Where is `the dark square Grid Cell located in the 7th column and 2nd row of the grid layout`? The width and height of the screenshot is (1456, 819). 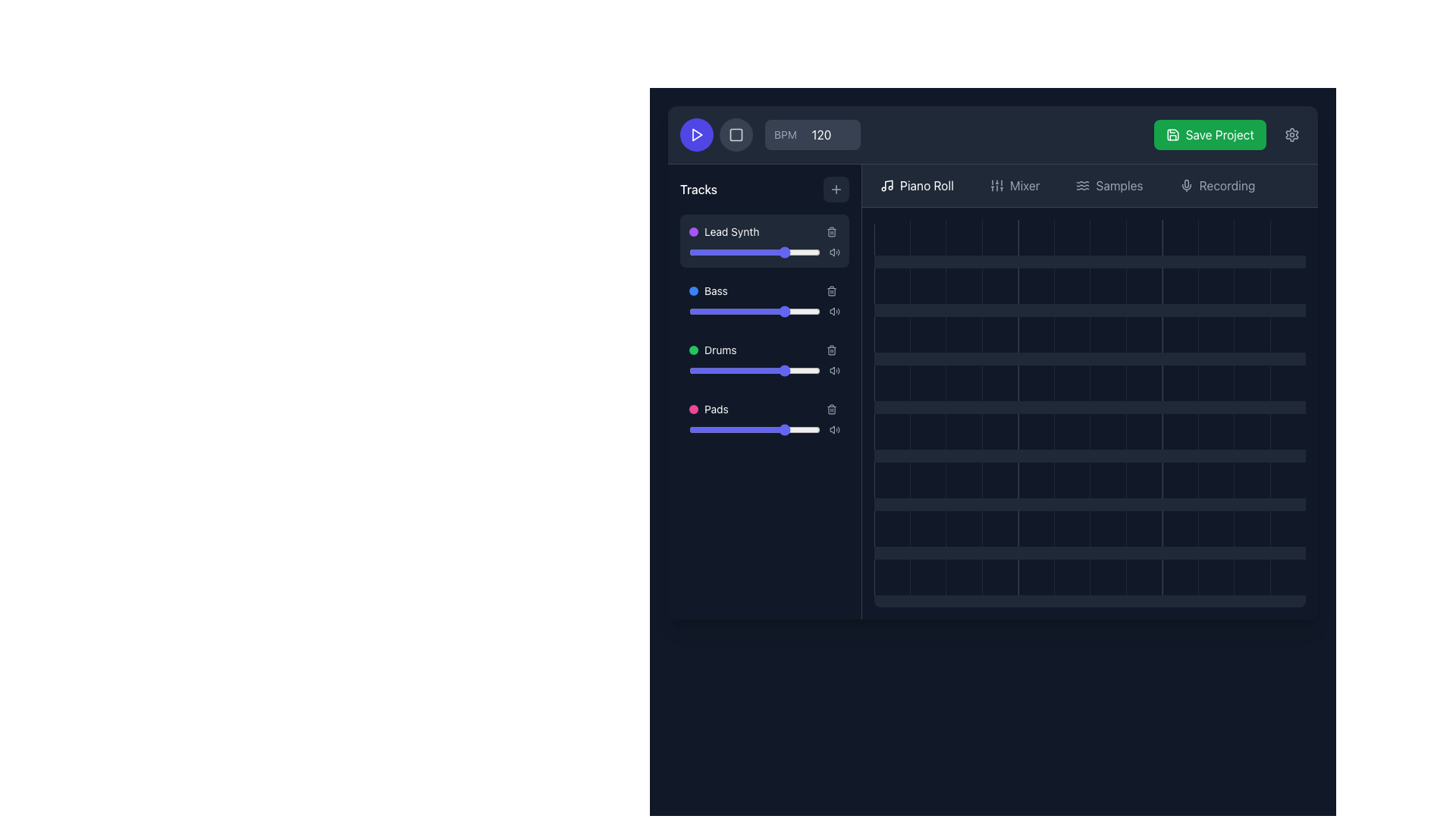 the dark square Grid Cell located in the 7th column and 2nd row of the grid layout is located at coordinates (1108, 286).